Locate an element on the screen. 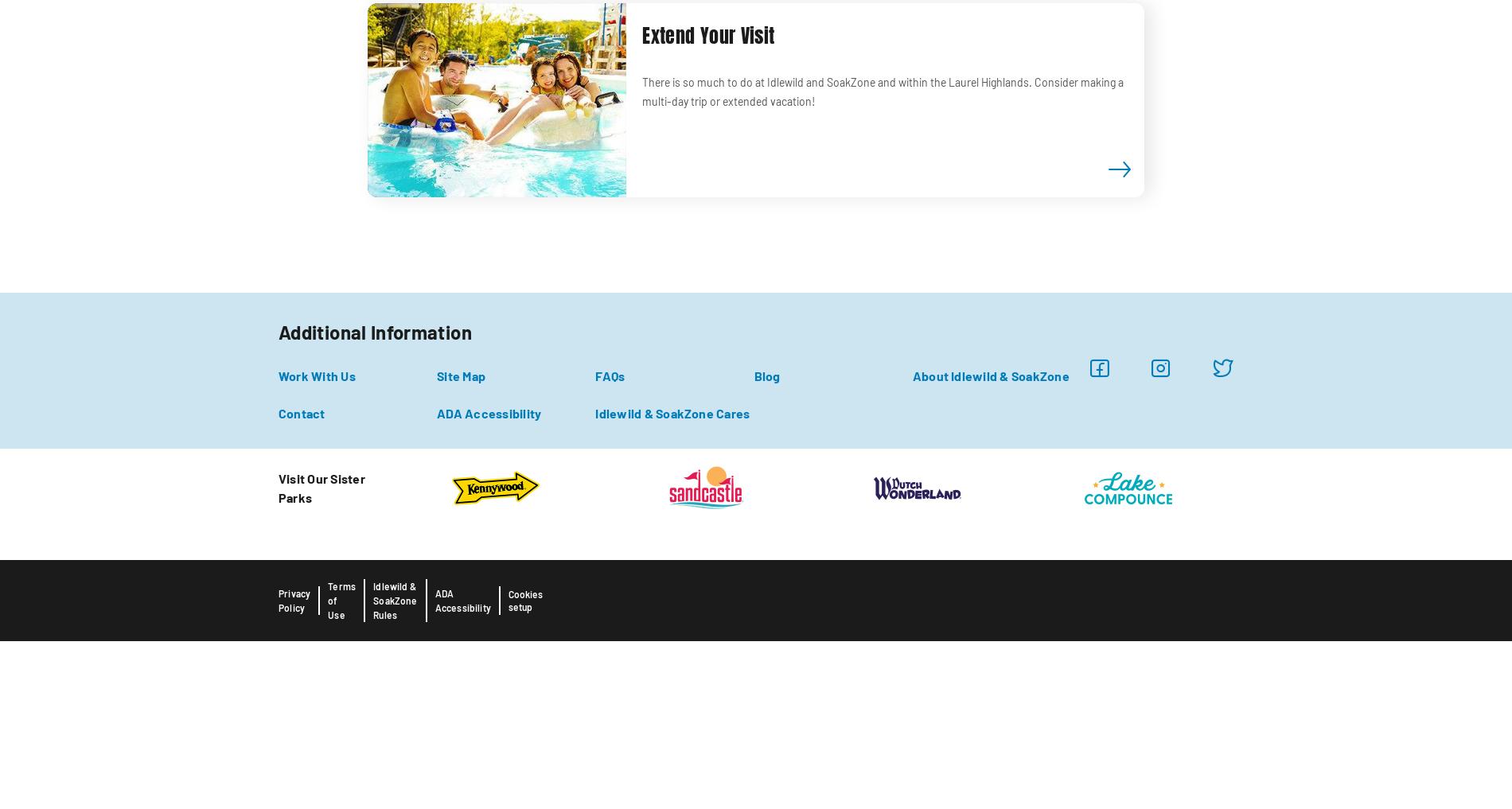 This screenshot has width=1512, height=809. 'Cookies setup' is located at coordinates (524, 600).